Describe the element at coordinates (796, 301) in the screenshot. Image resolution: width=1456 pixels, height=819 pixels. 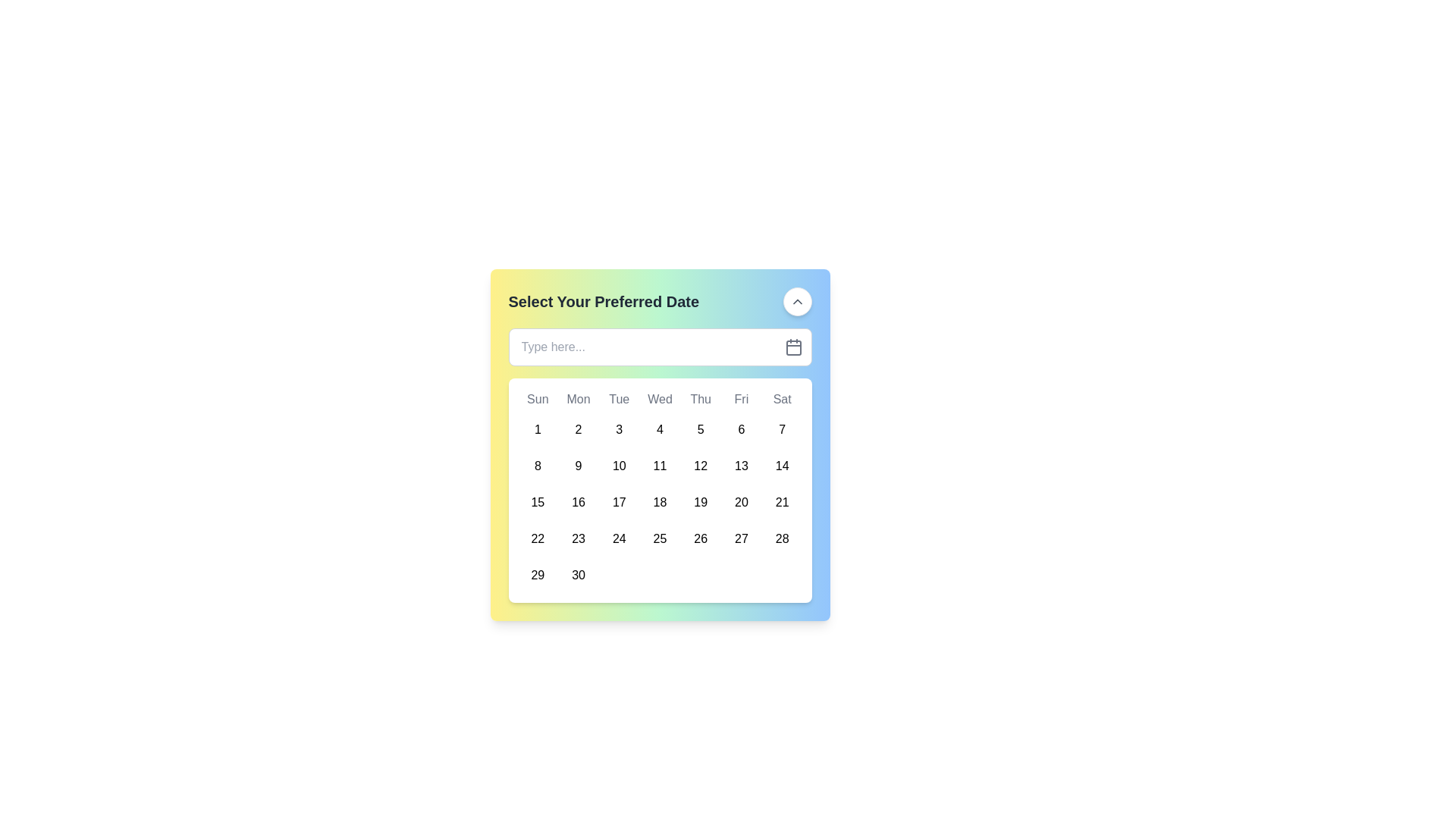
I see `the design of the small upward-pointing chevron icon located centrally inside the round button in the top-right corner of the calendar widget` at that location.